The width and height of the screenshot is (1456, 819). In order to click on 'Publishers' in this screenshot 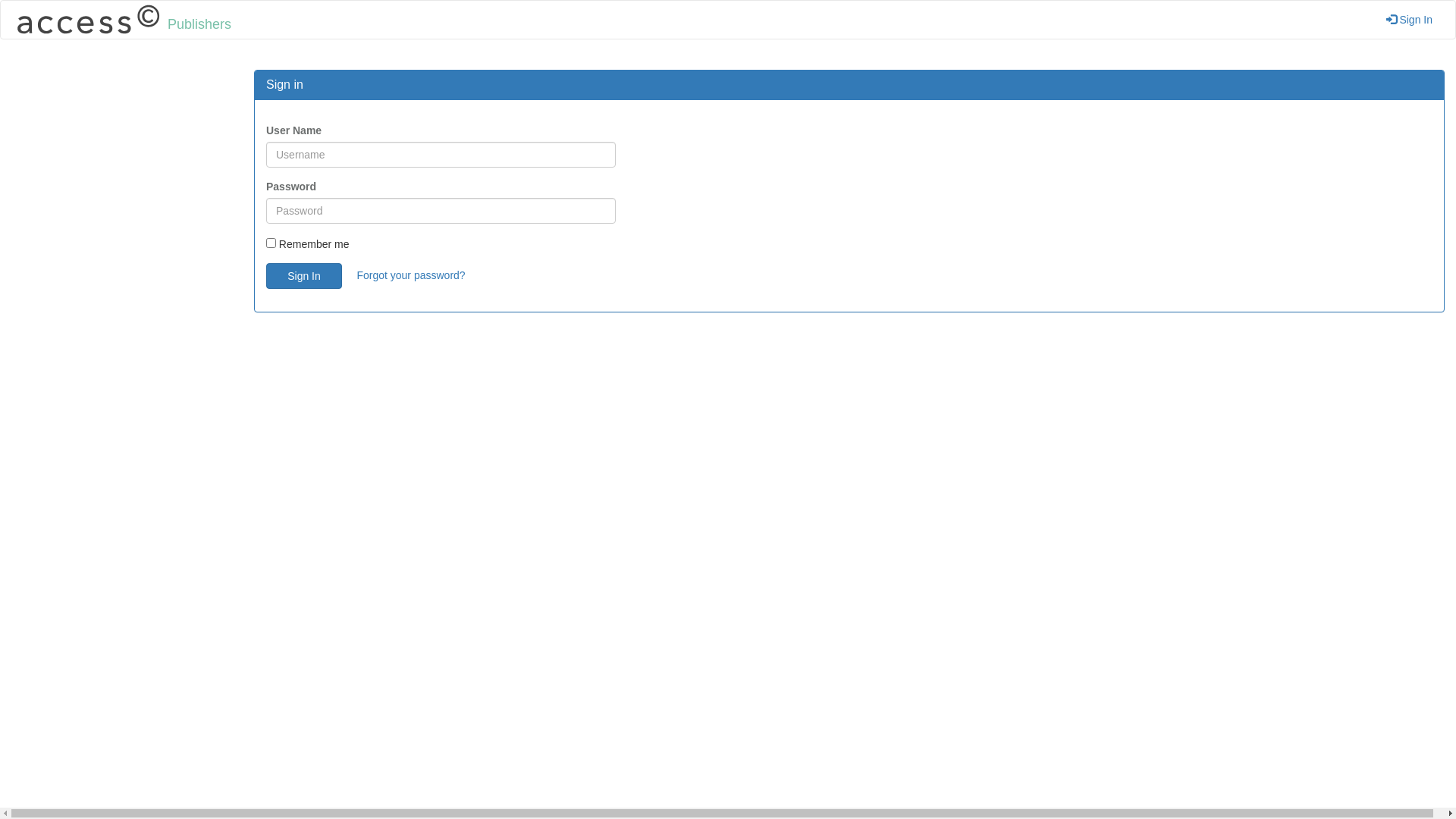, I will do `click(0, 20)`.